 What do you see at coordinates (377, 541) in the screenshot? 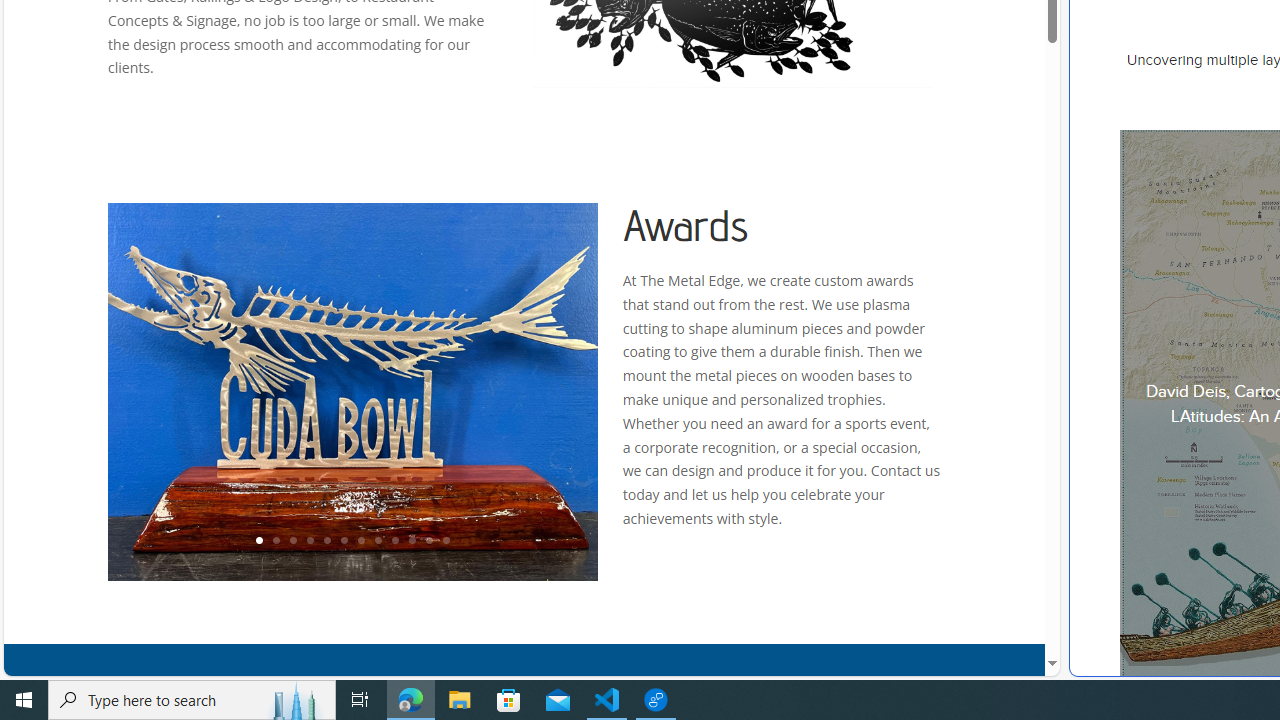
I see `'8'` at bounding box center [377, 541].